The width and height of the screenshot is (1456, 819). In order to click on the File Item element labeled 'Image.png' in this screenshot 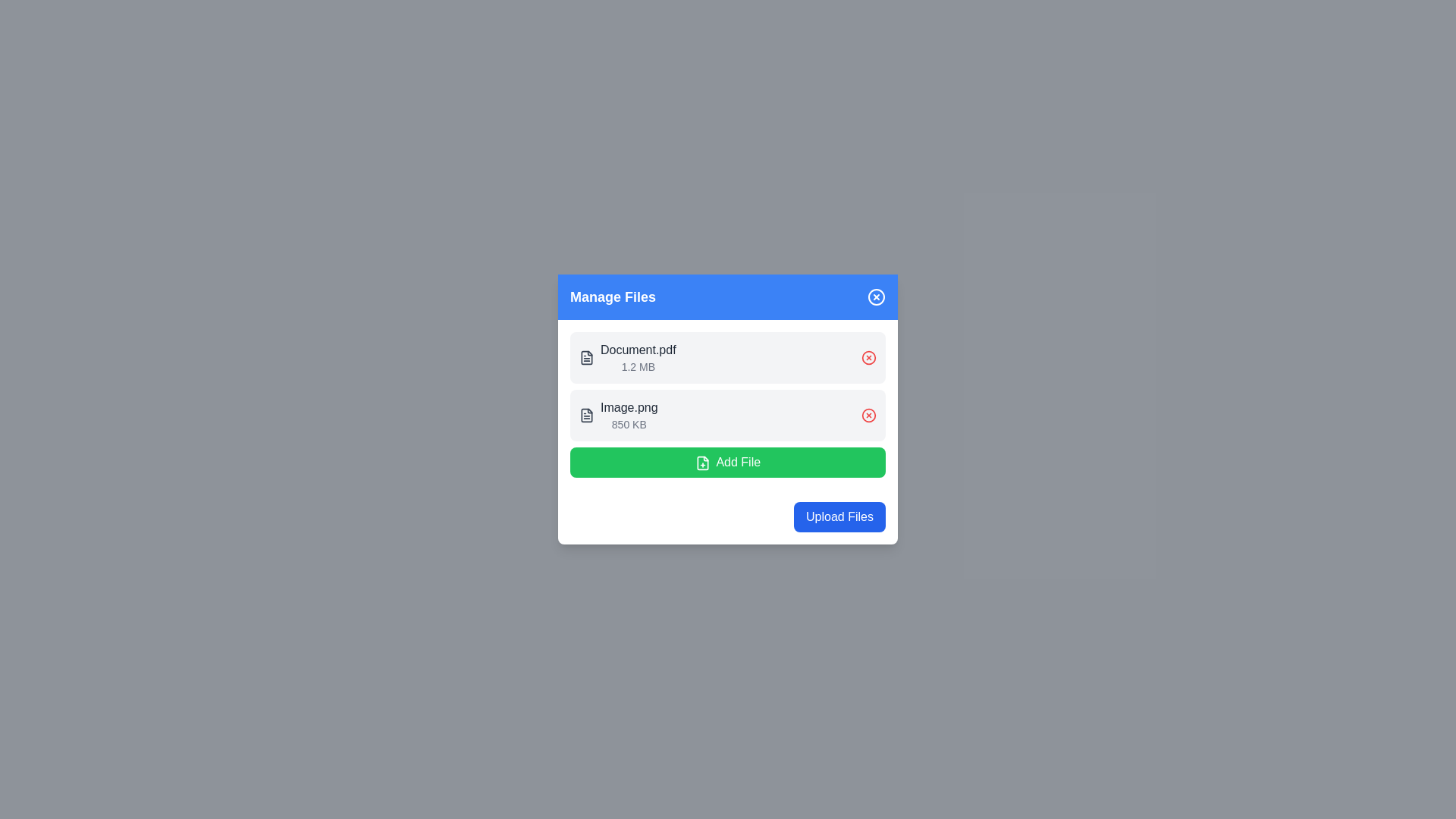, I will do `click(728, 409)`.